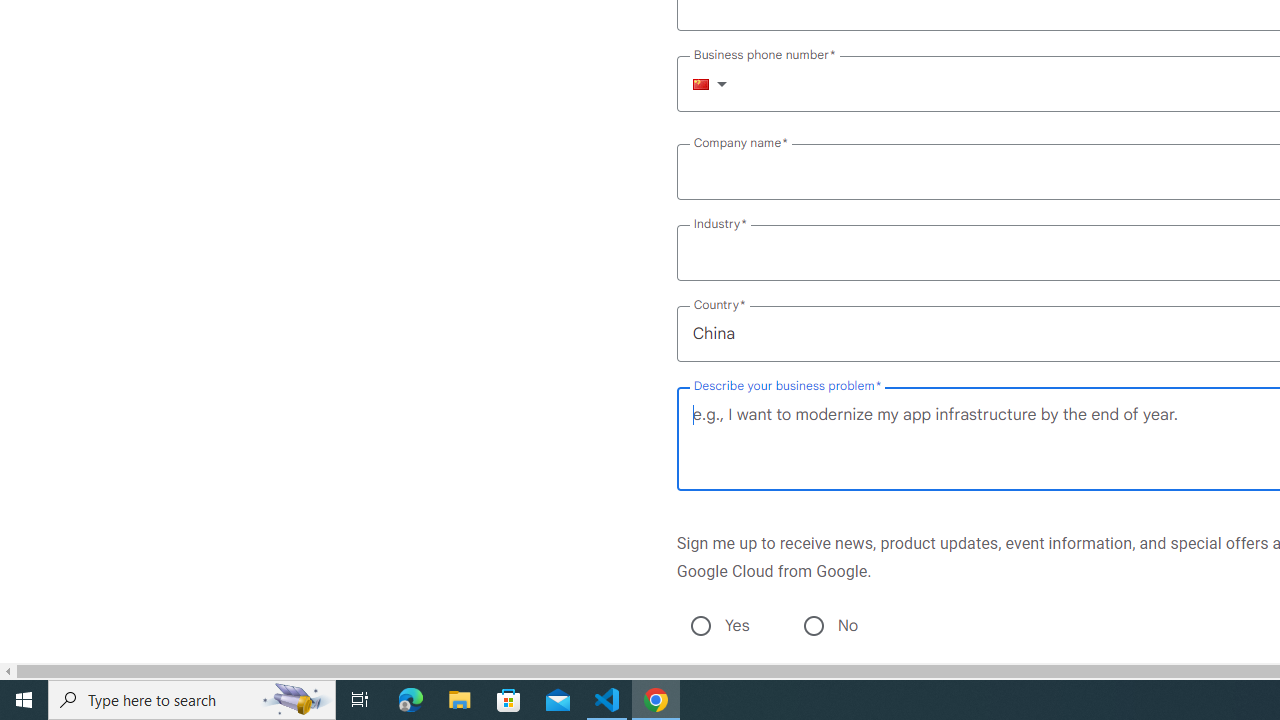 This screenshot has height=720, width=1280. I want to click on 'No', so click(813, 625).